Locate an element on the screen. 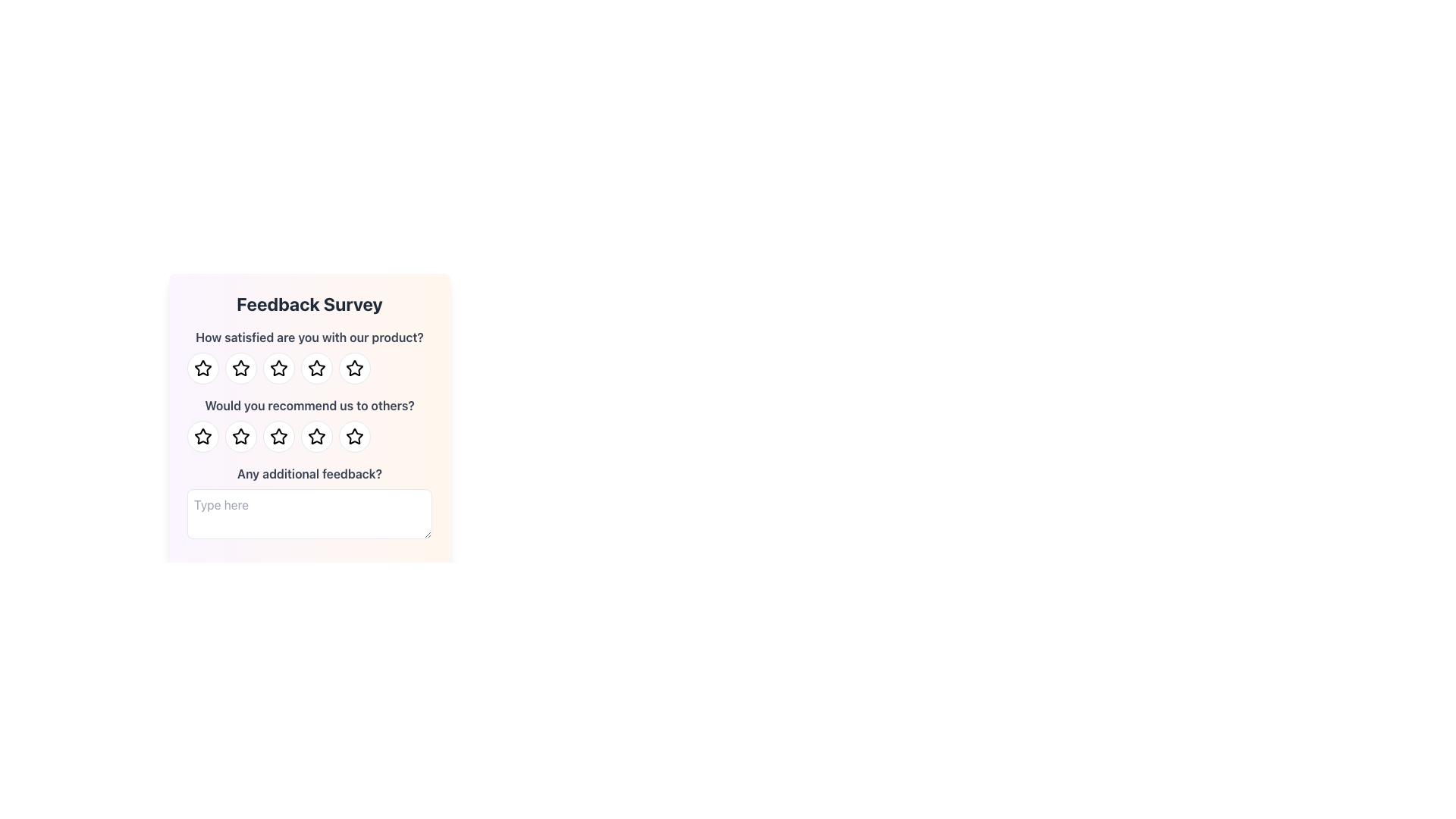 The image size is (1456, 819). the second star-shaped clickable icon in the feedback survey is located at coordinates (279, 368).